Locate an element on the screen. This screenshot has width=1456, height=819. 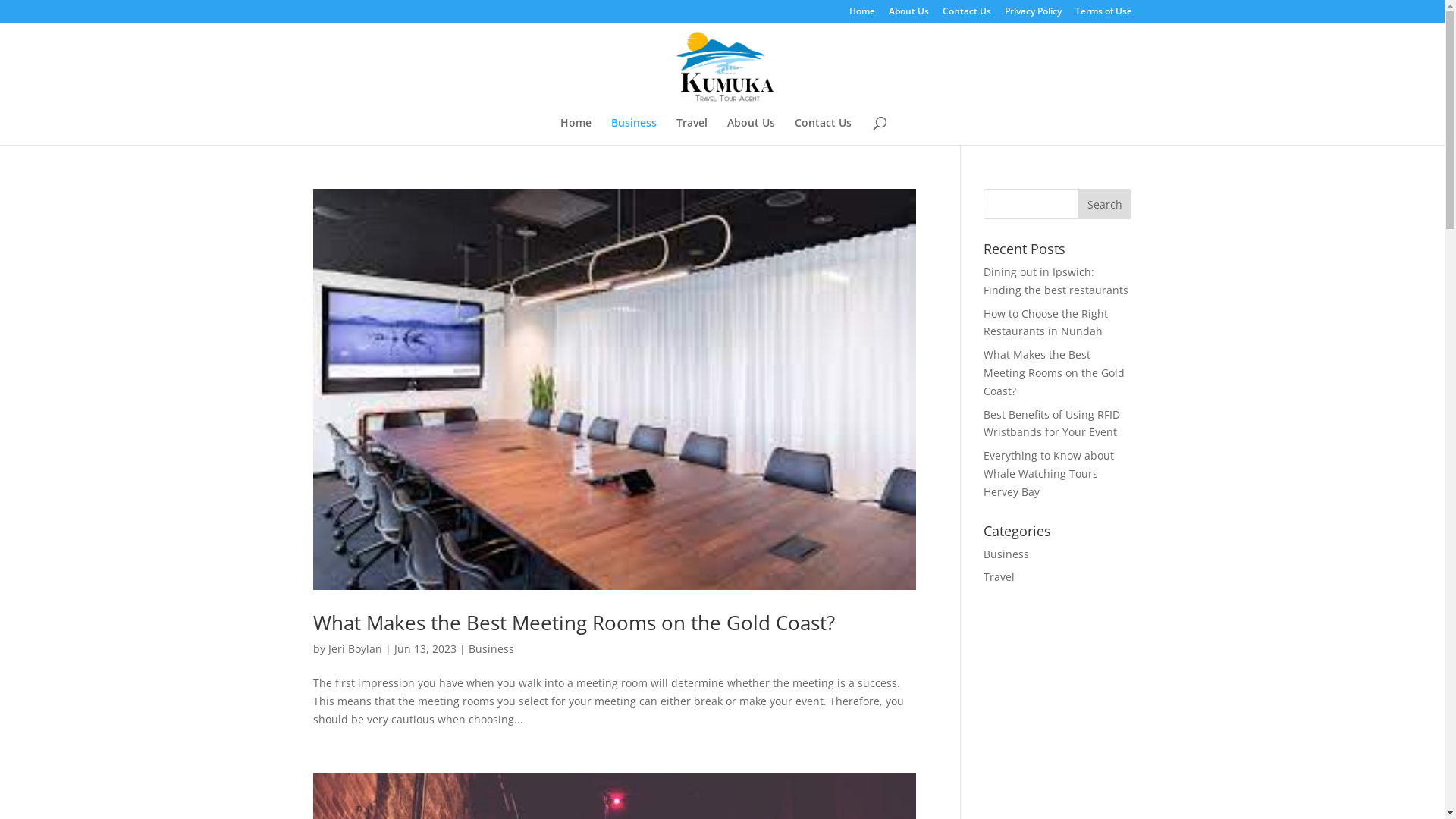
'How to Choose the Right Restaurants in Nundah' is located at coordinates (1044, 322).